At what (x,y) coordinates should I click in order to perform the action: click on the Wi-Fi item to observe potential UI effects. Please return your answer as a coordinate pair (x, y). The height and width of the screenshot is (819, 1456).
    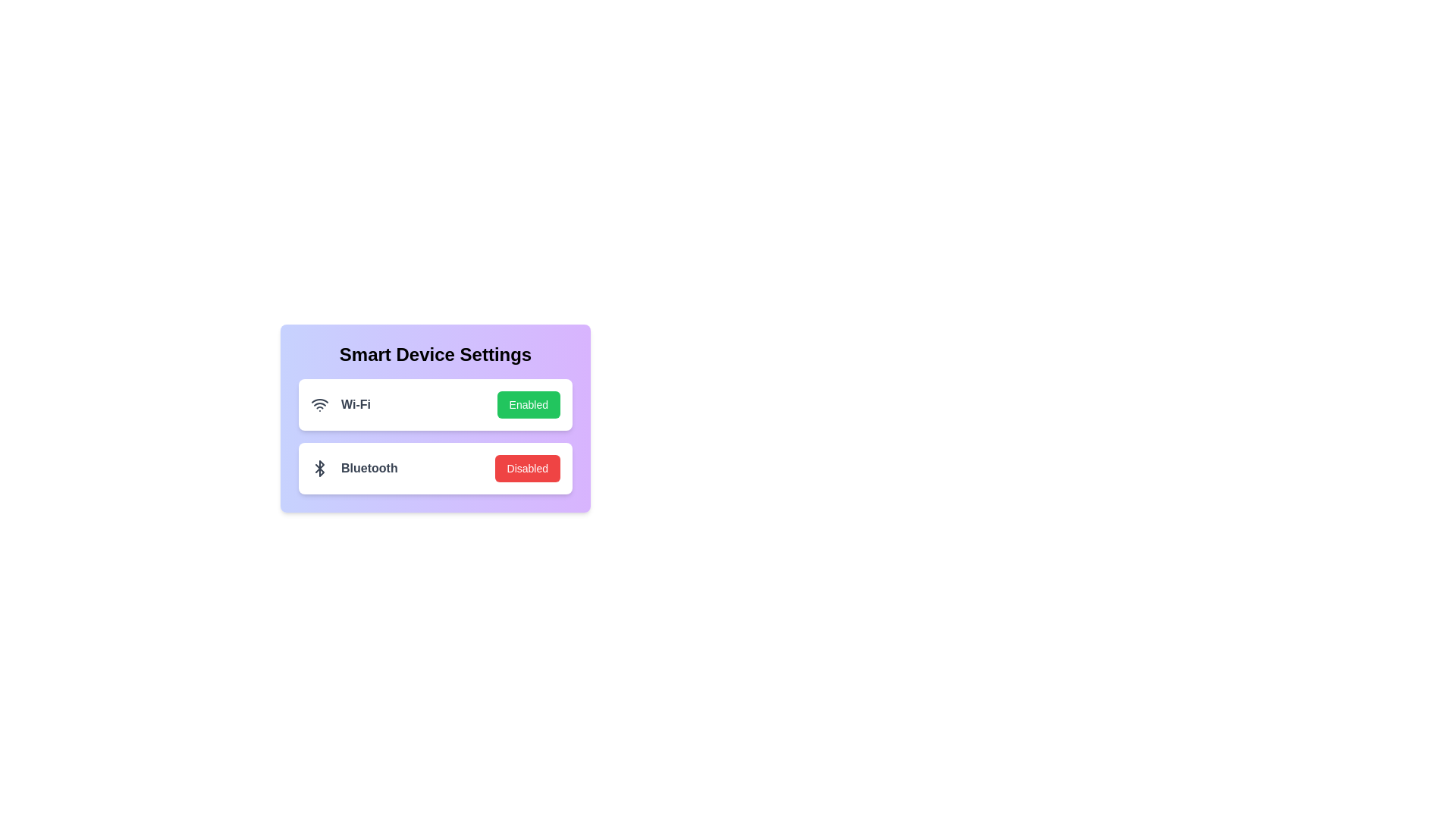
    Looking at the image, I should click on (435, 403).